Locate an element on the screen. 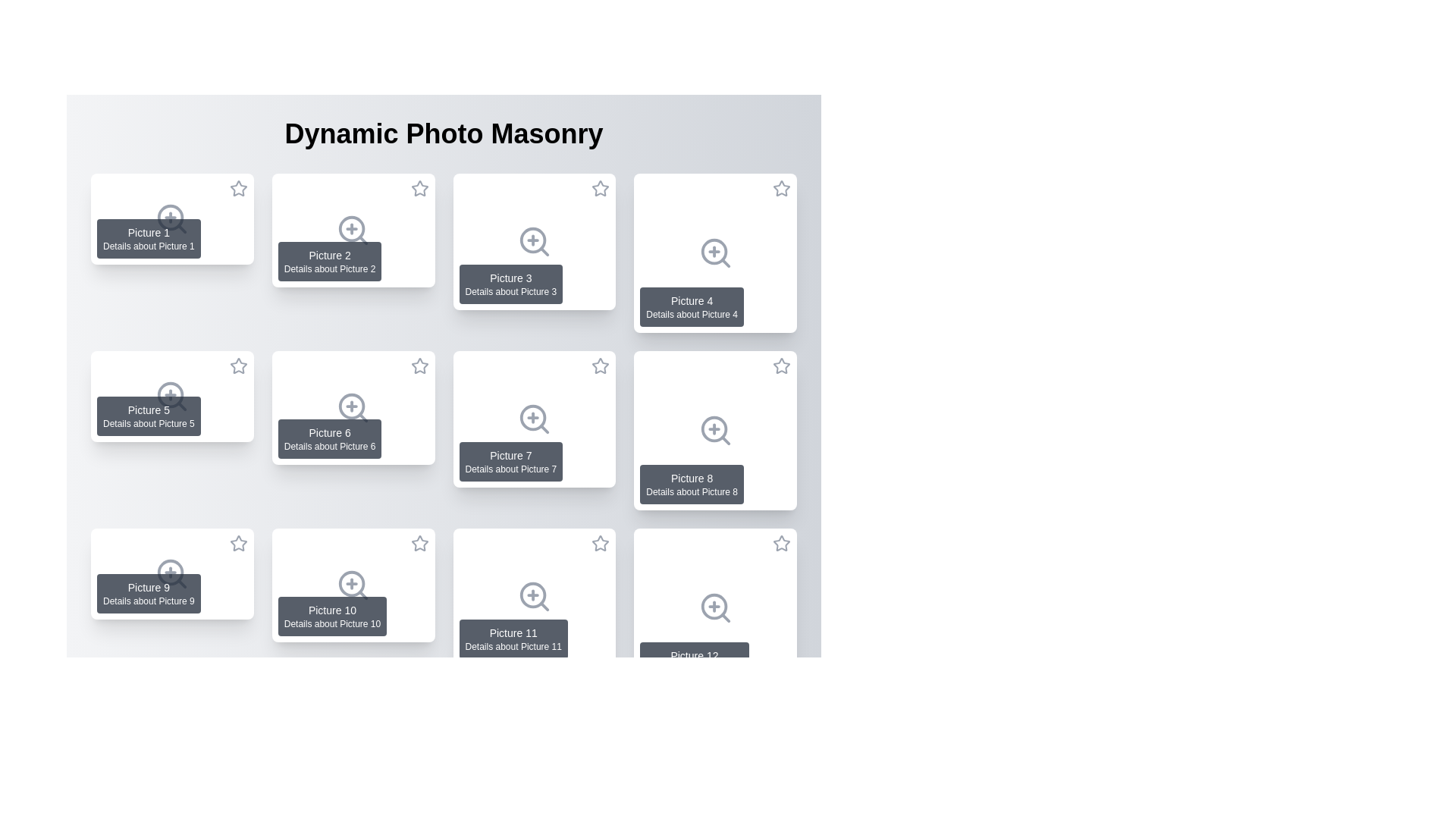  the star icon located at the top-right of the card displaying 'Picture 7' to interact with it is located at coordinates (600, 366).